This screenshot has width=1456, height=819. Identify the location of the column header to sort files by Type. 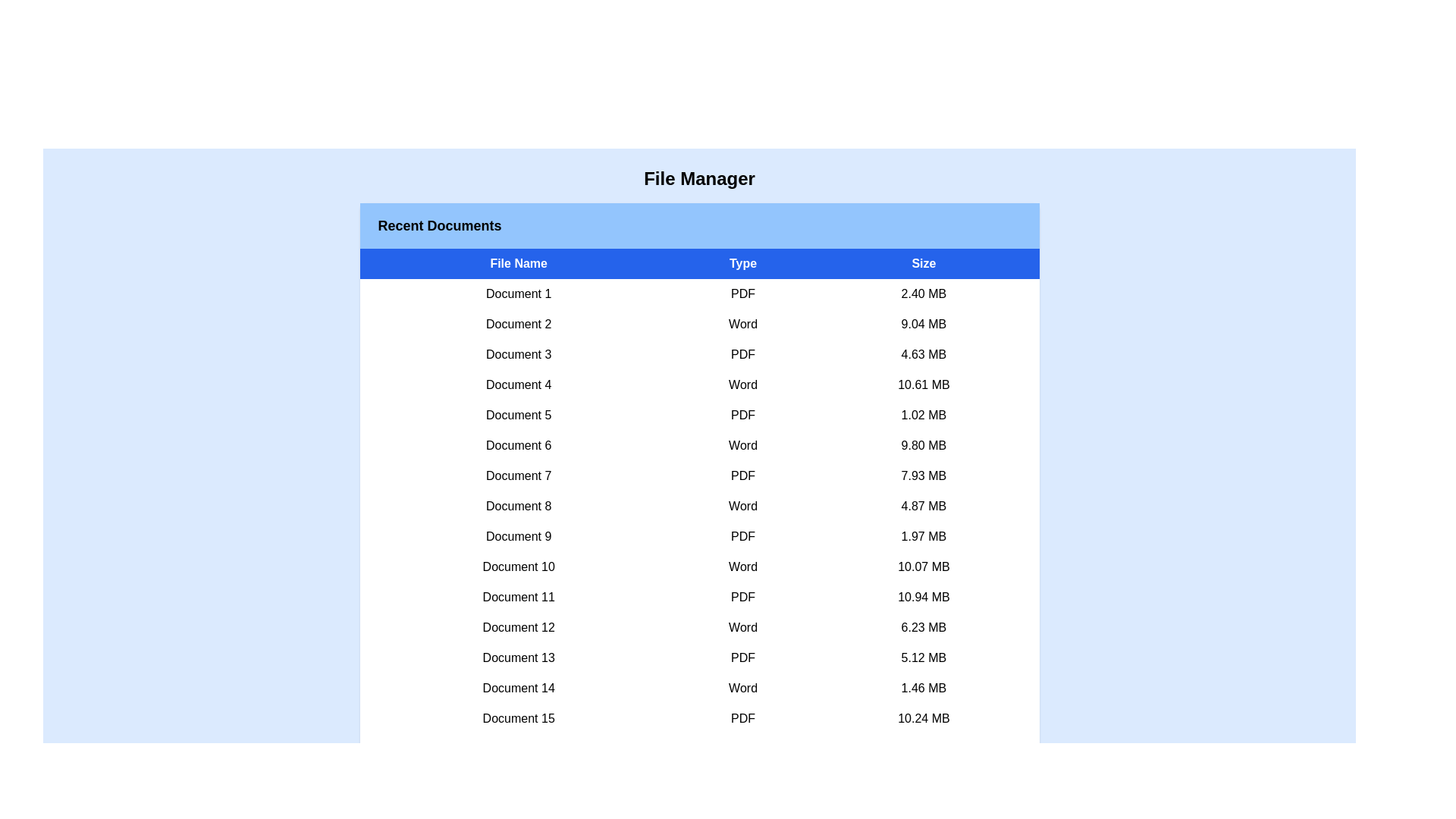
(743, 262).